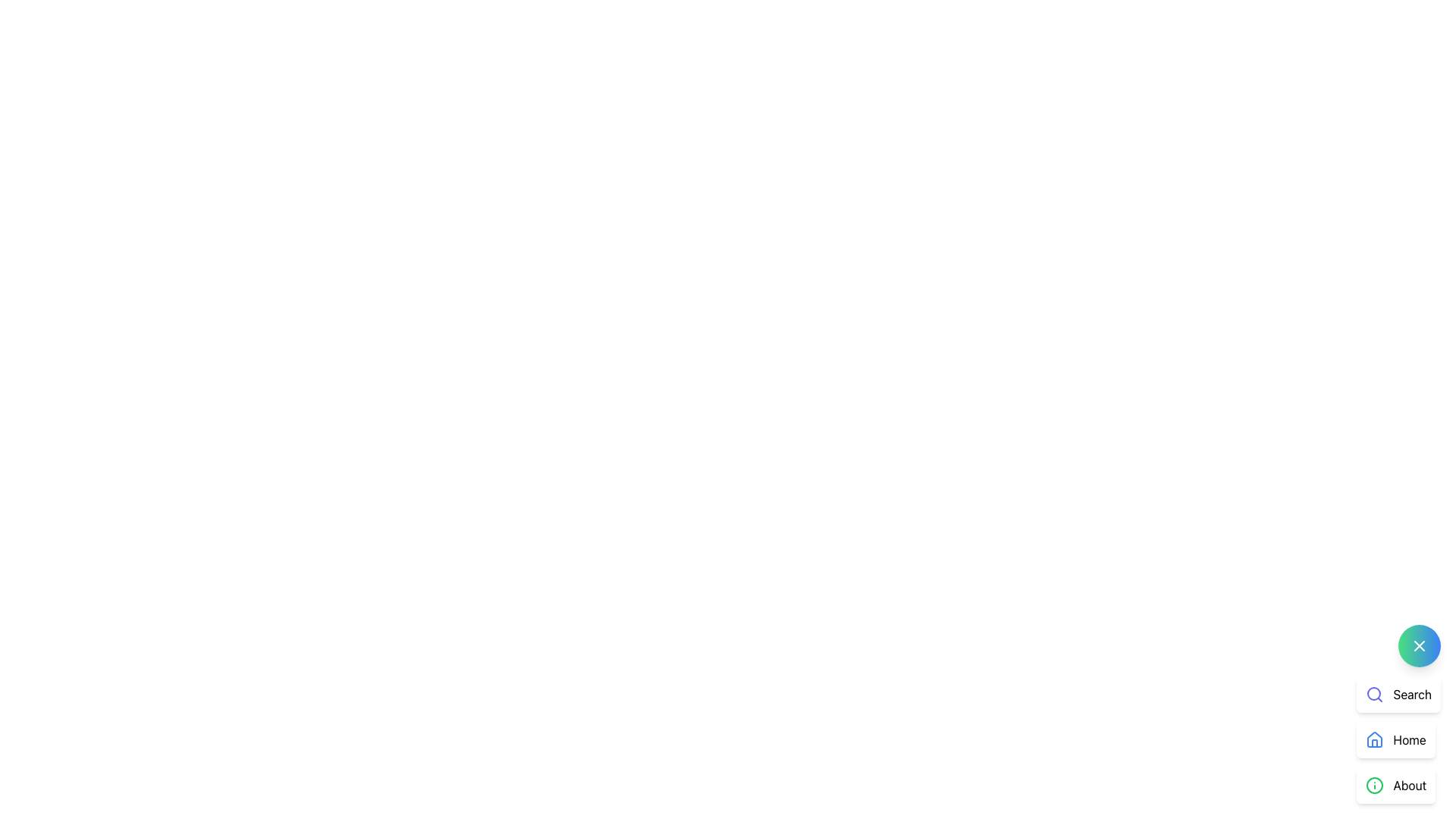 The image size is (1456, 819). Describe the element at coordinates (1398, 694) in the screenshot. I see `the topmost button in the vertical stack located in the bottom-right corner of the interface, which has a white background, rounded corners, and a search icon next to the text 'Search', to observe the hover effect` at that location.